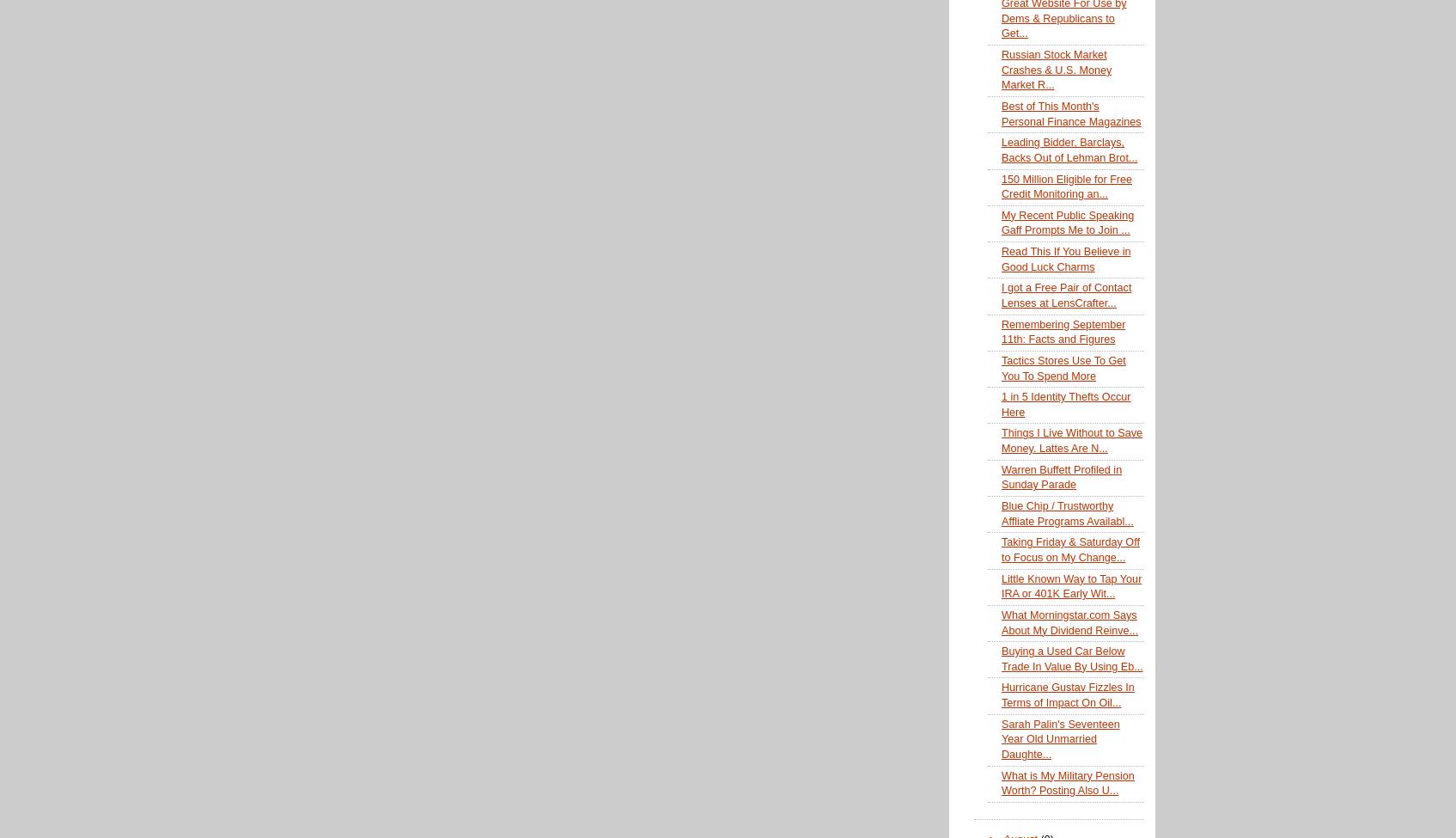 This screenshot has width=1456, height=838. I want to click on 'Leading Bidder, Barclays, Backs Out of Lehman Brot...', so click(1068, 149).